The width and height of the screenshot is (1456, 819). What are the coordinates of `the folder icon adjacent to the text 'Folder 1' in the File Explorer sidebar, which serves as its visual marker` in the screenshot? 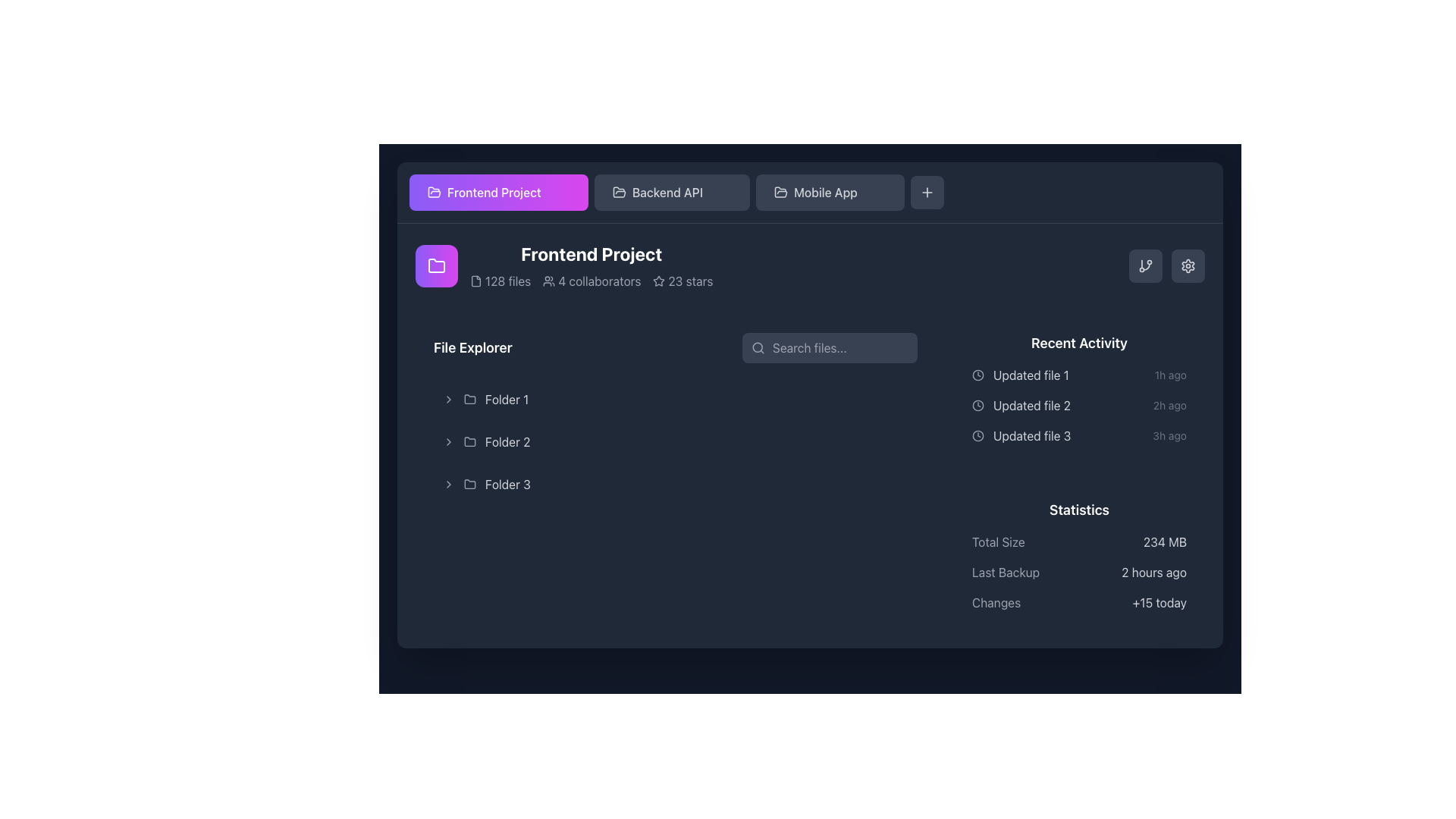 It's located at (469, 397).